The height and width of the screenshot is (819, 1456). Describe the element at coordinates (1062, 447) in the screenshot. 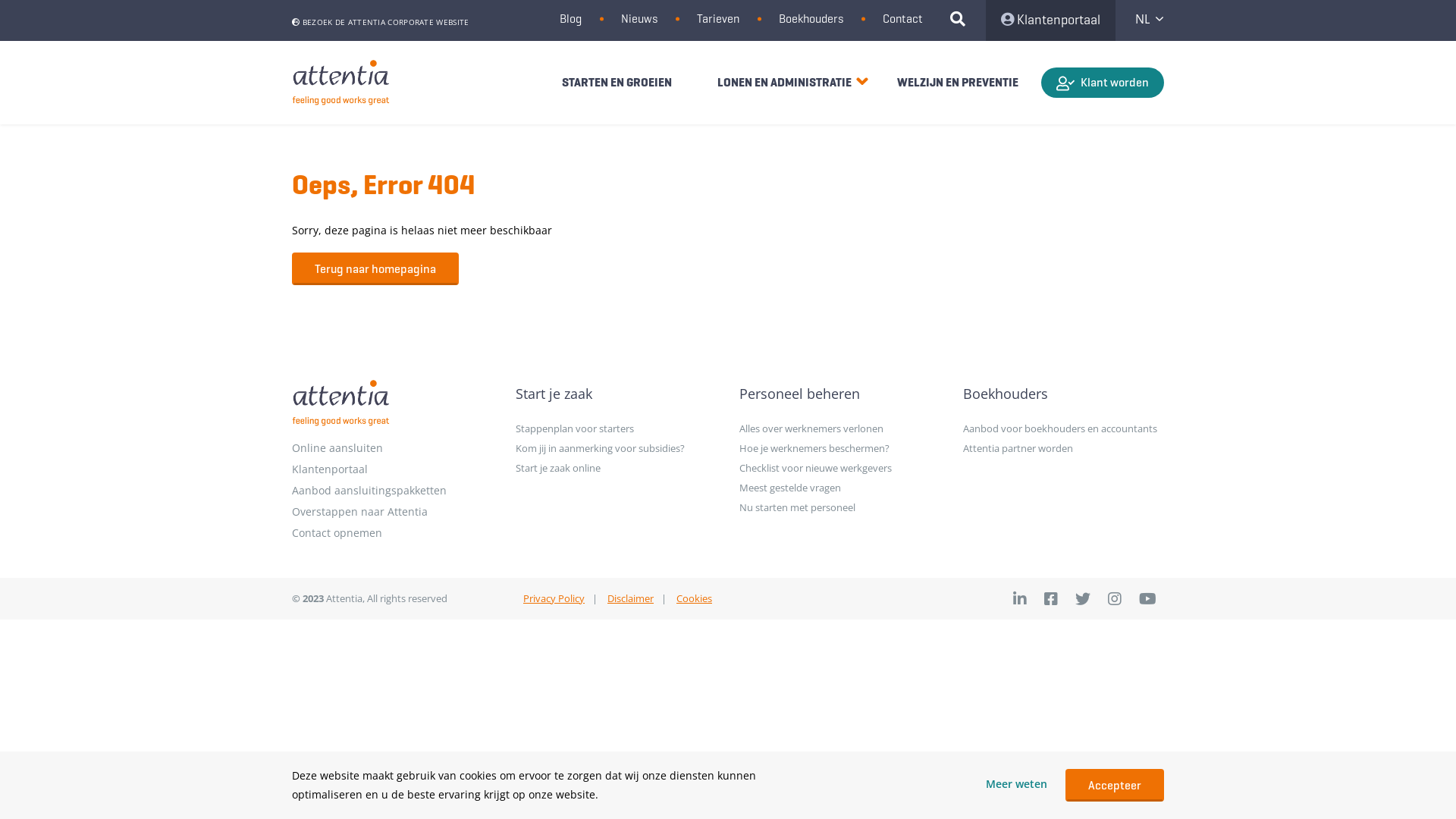

I see `'Attentia partner worden'` at that location.